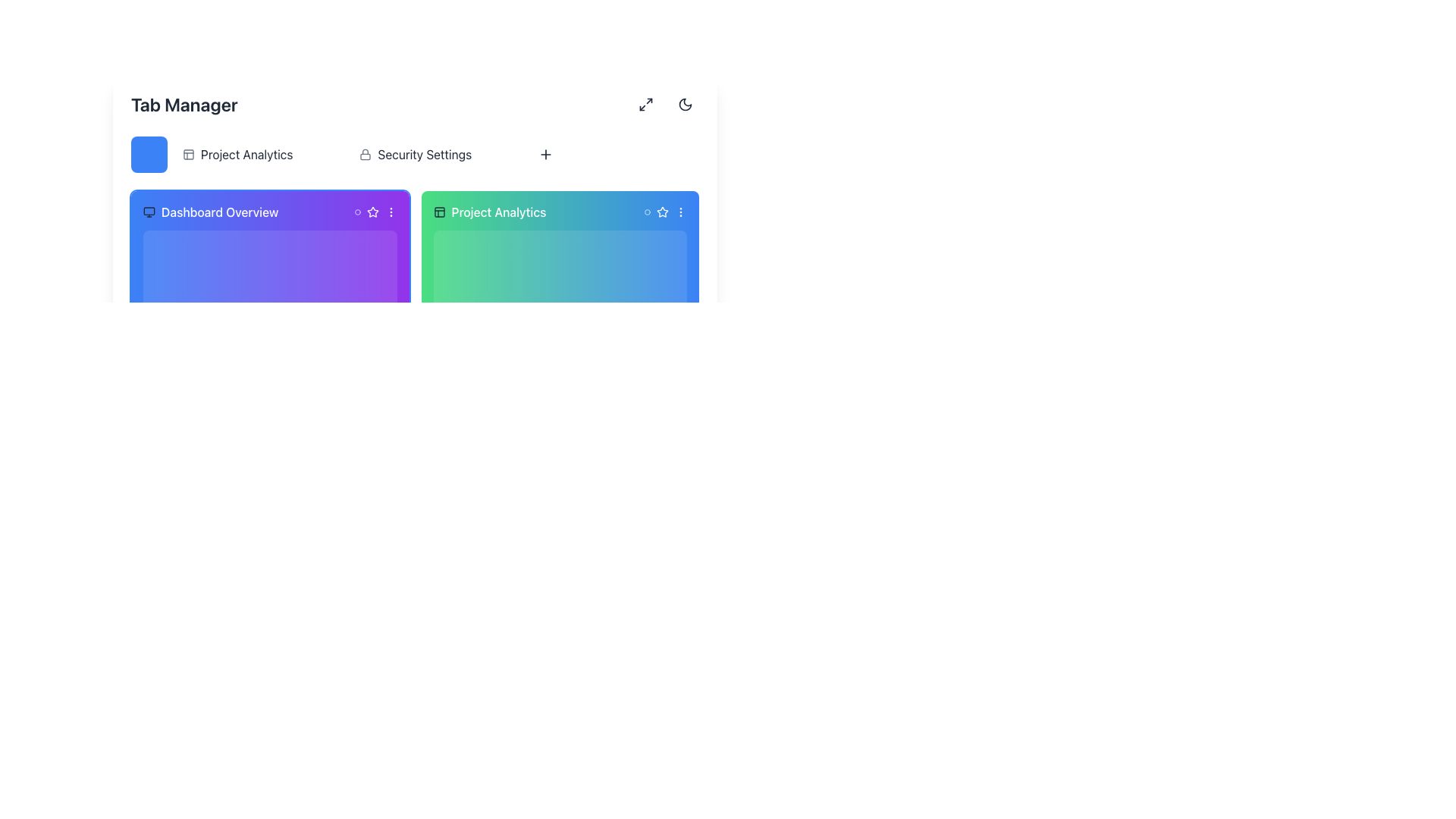  I want to click on the Star icon button located in the upper-right corner of the 'Project Analytics' card, so click(666, 212).